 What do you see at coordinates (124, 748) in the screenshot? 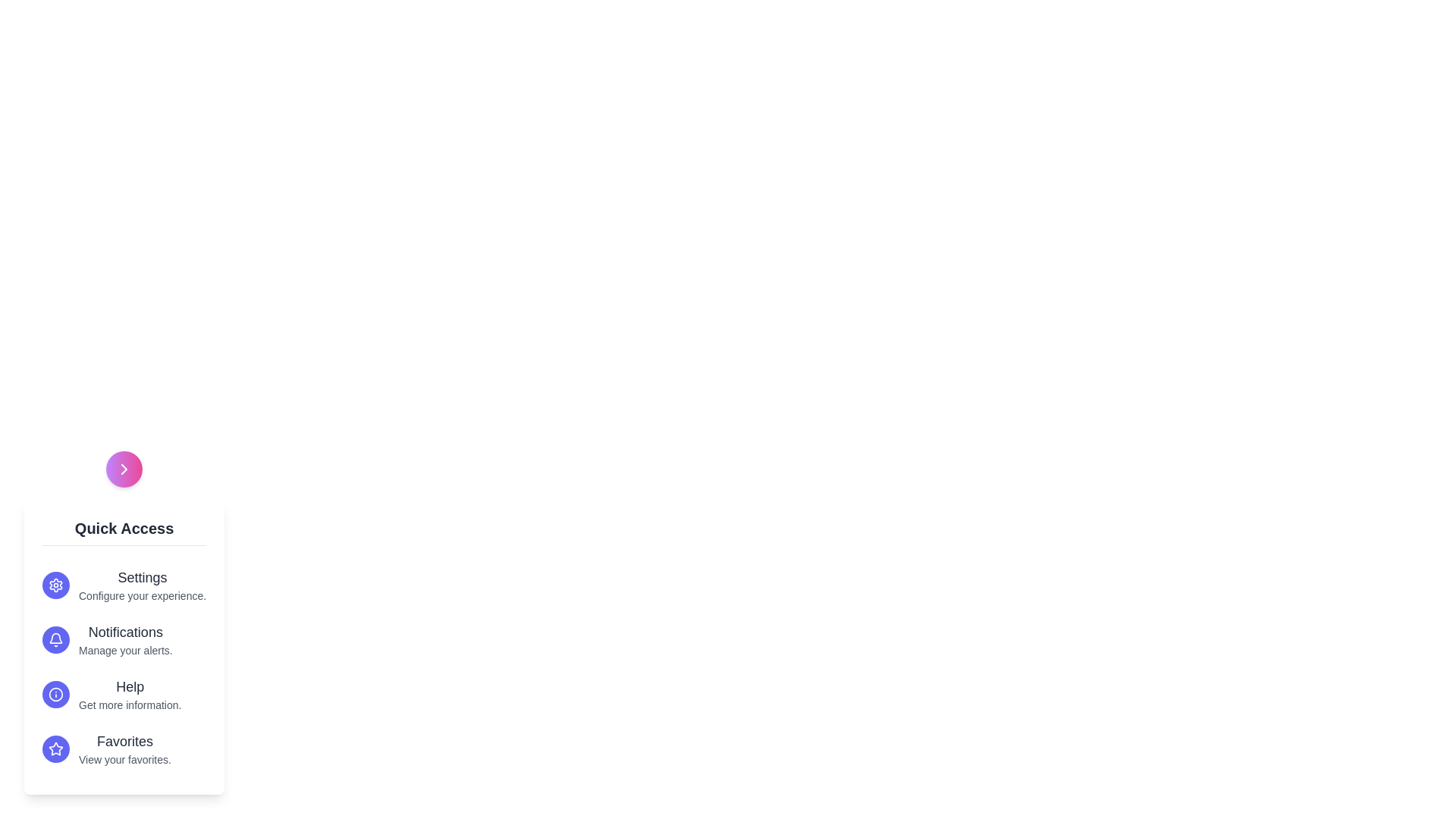
I see `the 'Favorites' option in the menu` at bounding box center [124, 748].